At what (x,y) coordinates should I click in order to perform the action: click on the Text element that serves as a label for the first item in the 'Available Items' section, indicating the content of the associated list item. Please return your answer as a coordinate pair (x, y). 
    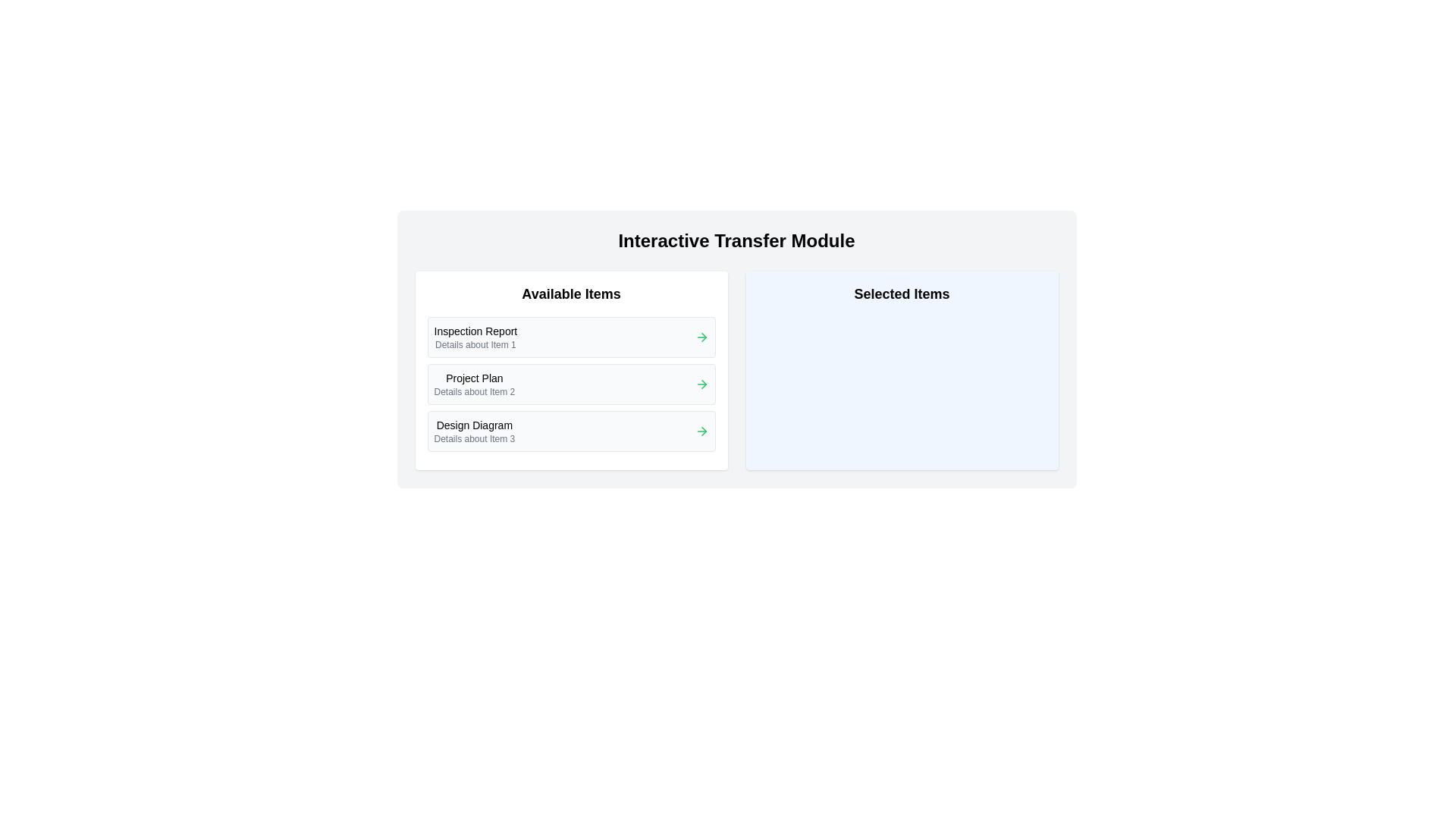
    Looking at the image, I should click on (475, 330).